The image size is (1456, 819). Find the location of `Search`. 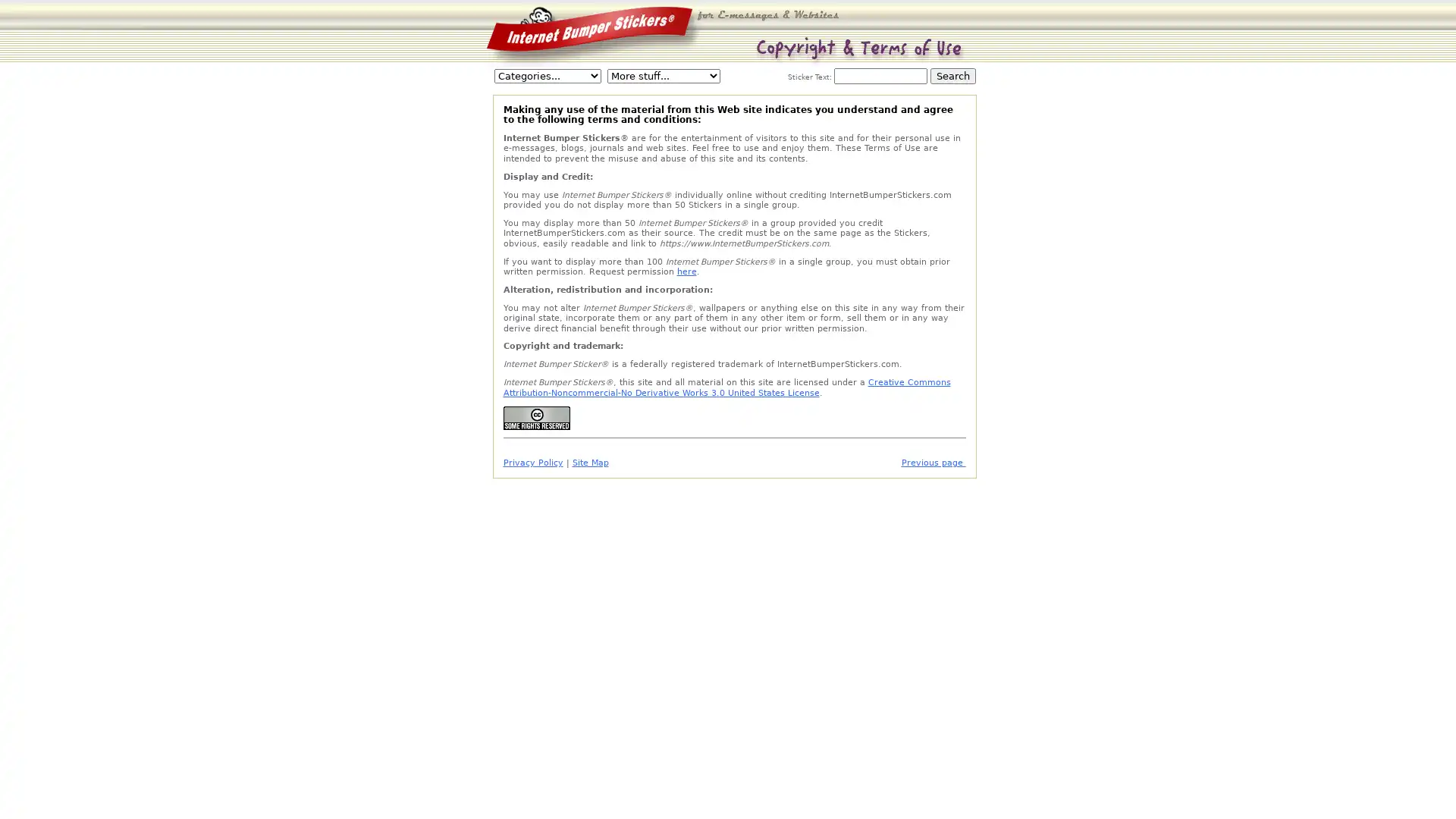

Search is located at coordinates (952, 76).